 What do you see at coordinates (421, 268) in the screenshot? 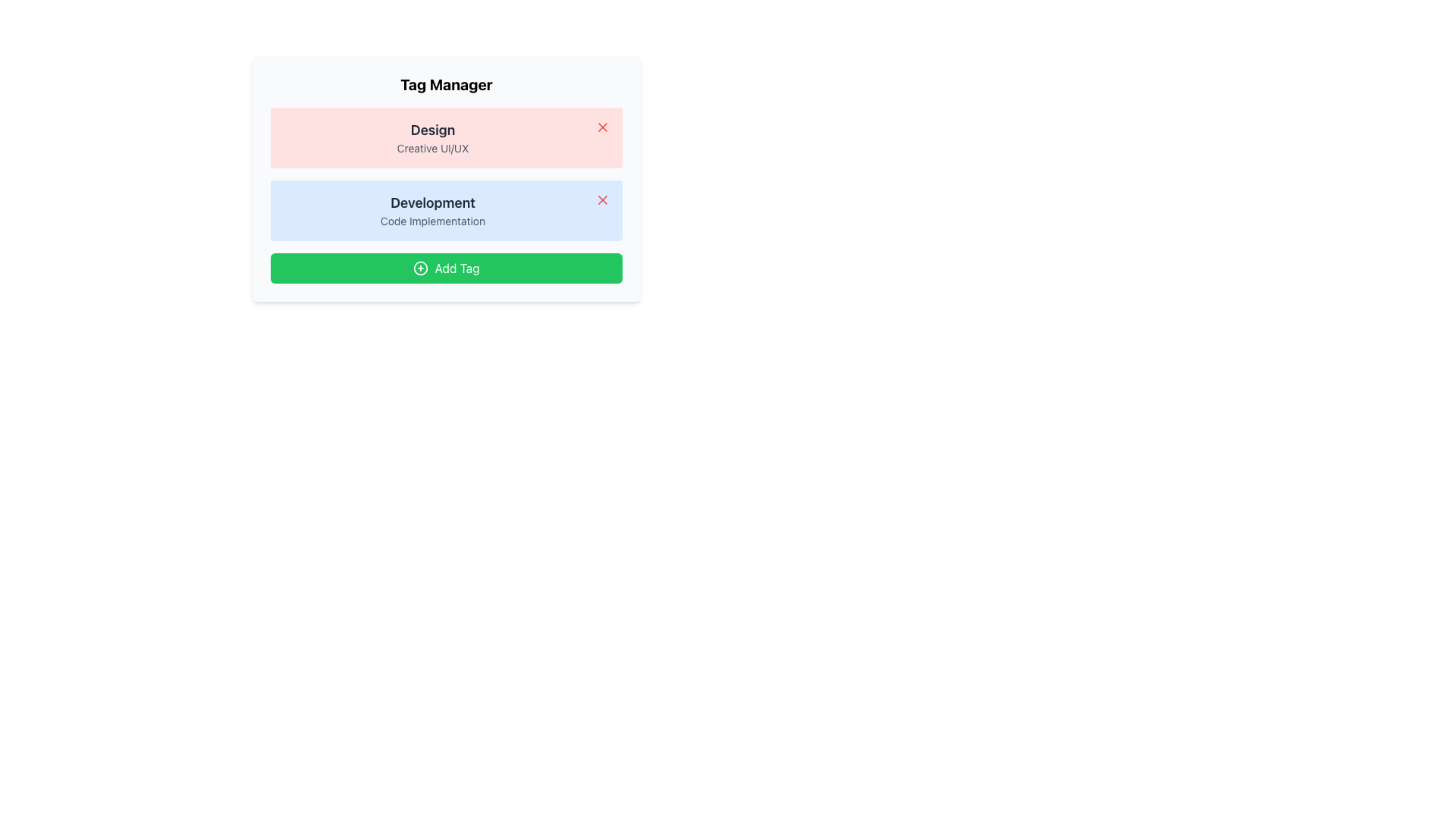
I see `the outer circle component of the circular plus sign icon that is part of the 'Add Tag' button located near the bottom of the interface` at bounding box center [421, 268].